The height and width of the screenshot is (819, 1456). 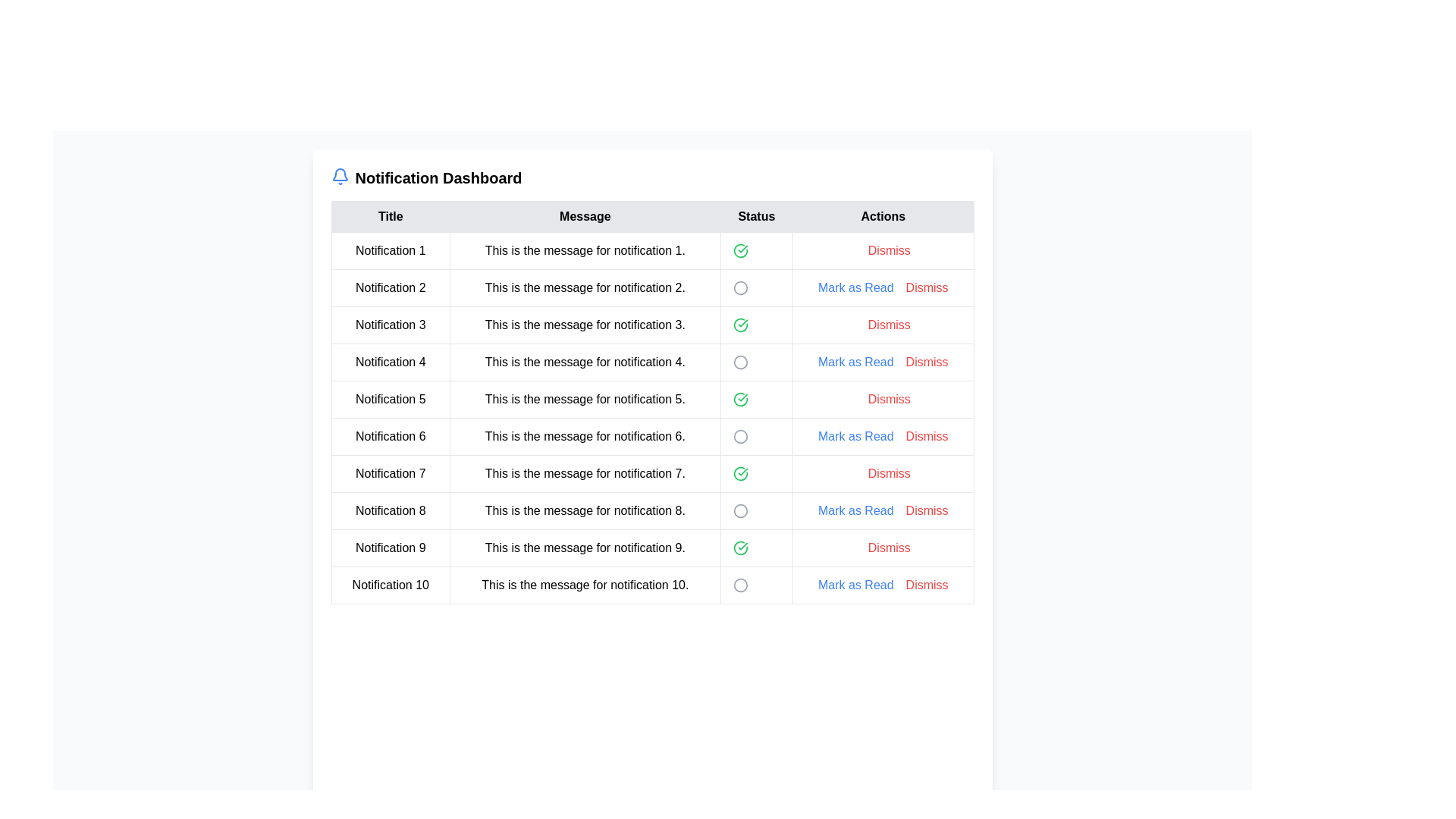 What do you see at coordinates (889, 548) in the screenshot?
I see `the 'Dismiss' button located in the 'Actions' column of the table` at bounding box center [889, 548].